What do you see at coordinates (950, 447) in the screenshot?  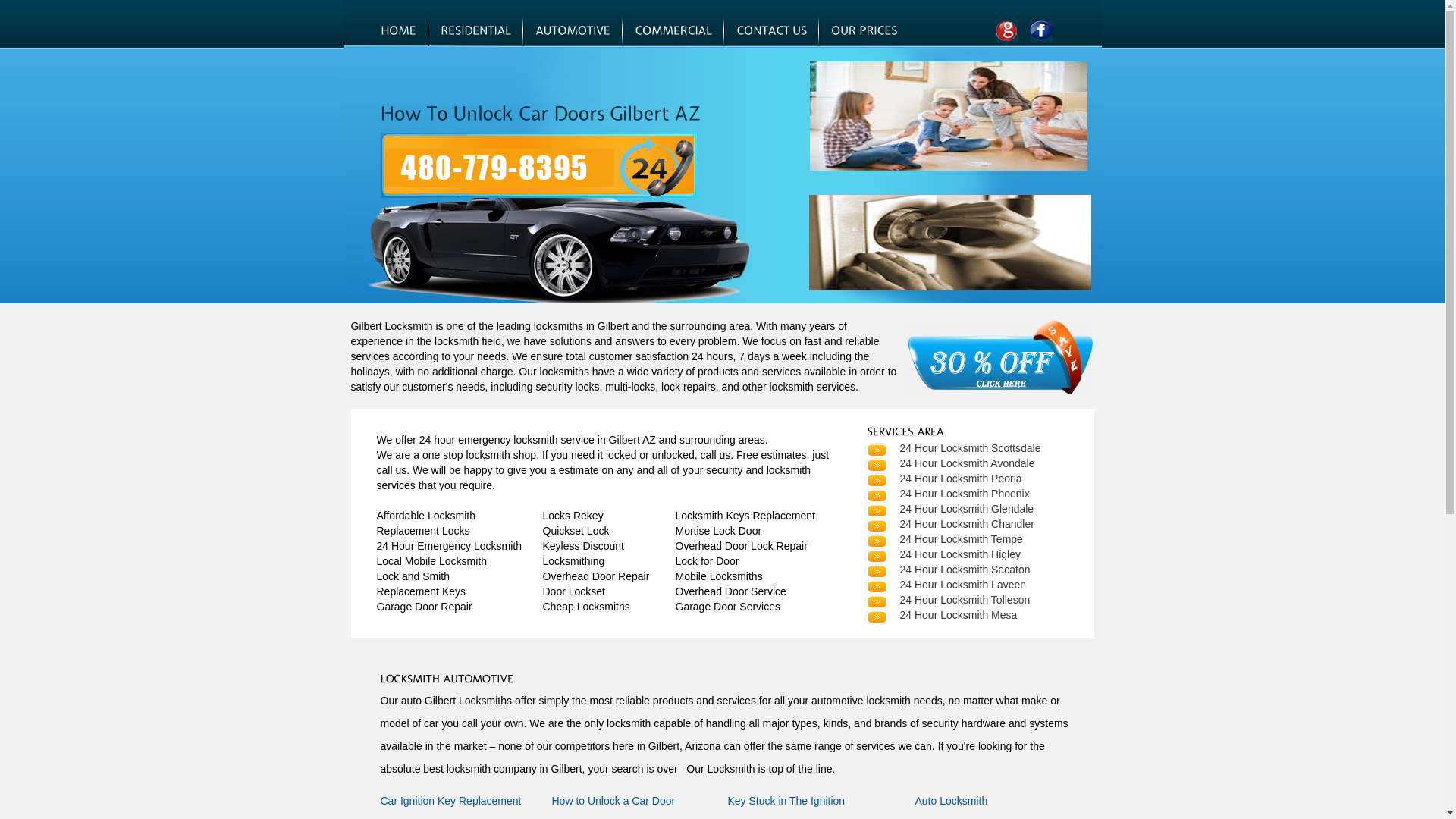 I see `'24 Hour Locksmith Scottsdale'` at bounding box center [950, 447].